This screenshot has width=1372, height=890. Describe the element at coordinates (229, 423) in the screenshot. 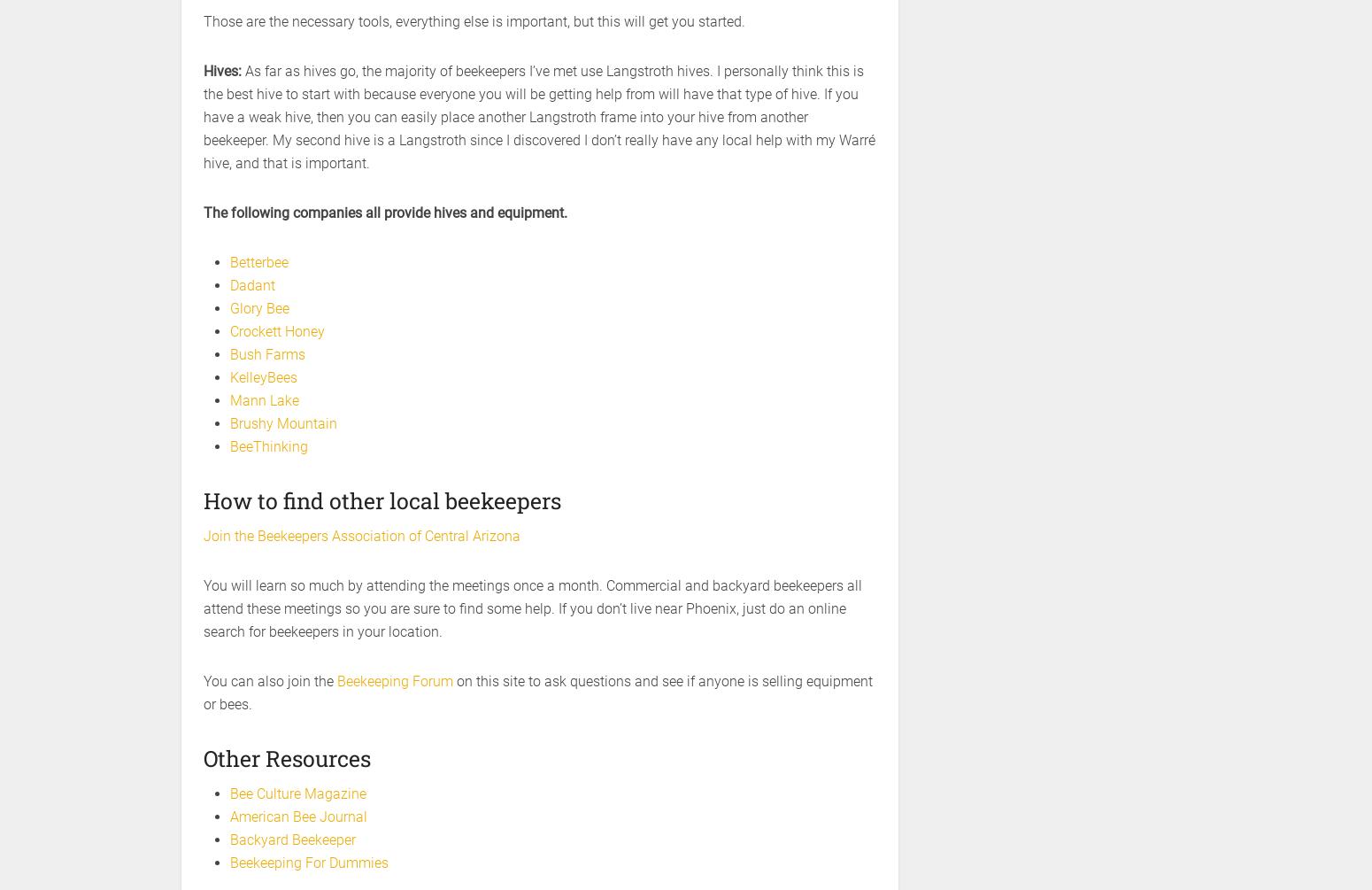

I see `'Brushy Mountain'` at that location.